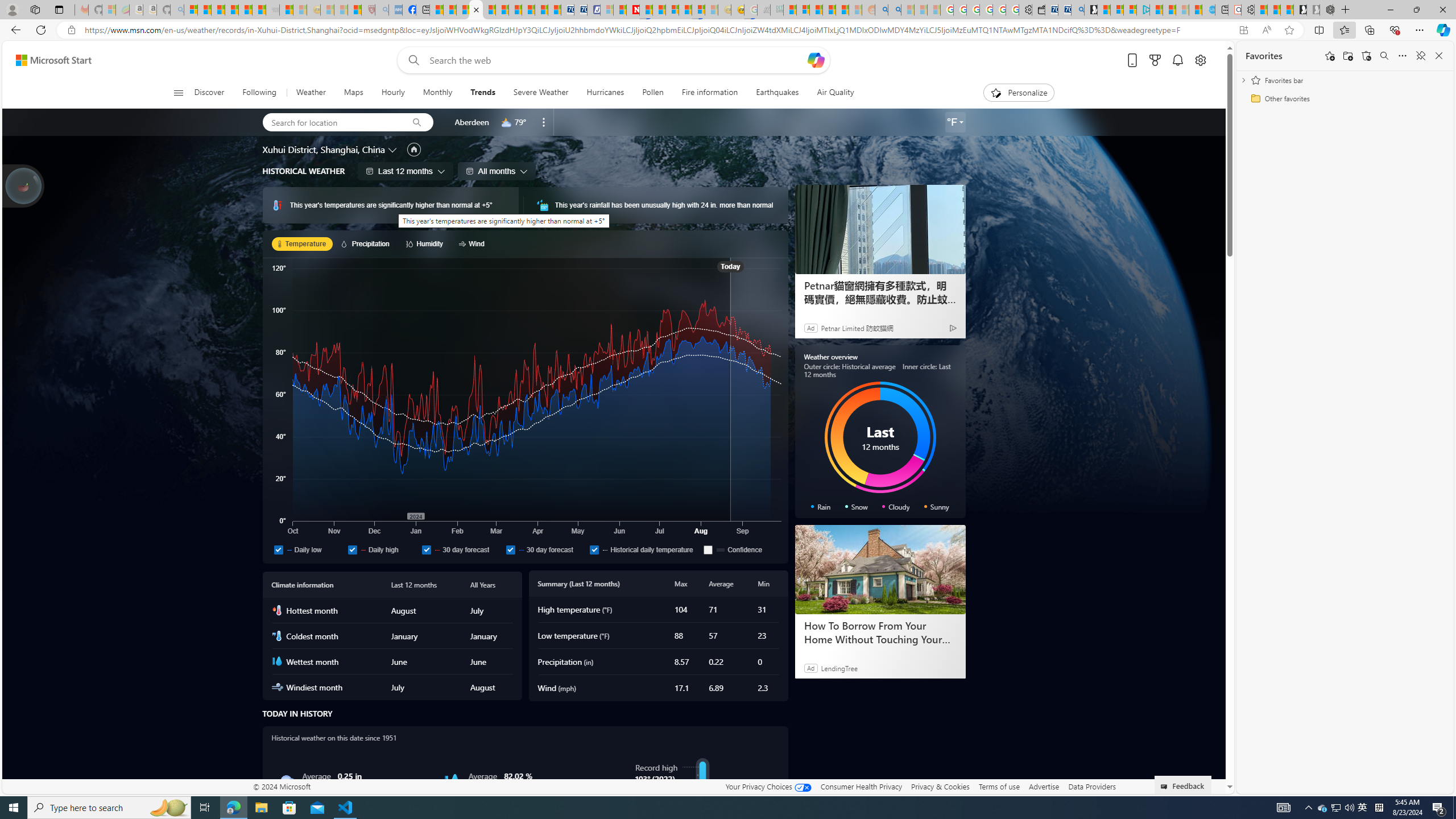 The image size is (1456, 819). What do you see at coordinates (777, 92) in the screenshot?
I see `'Earthquakes'` at bounding box center [777, 92].